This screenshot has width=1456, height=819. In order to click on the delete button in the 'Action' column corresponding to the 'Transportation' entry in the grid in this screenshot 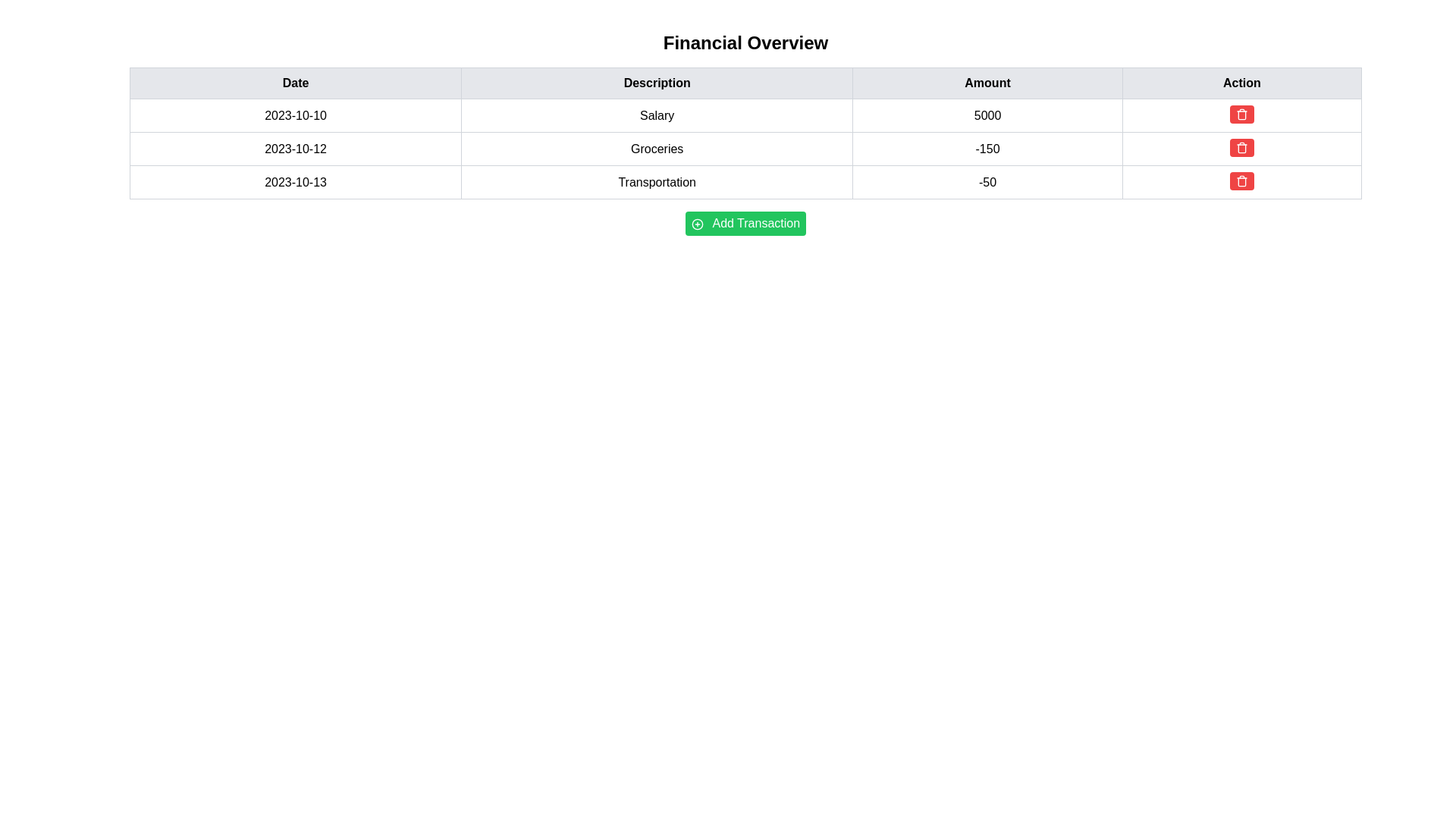, I will do `click(1241, 180)`.